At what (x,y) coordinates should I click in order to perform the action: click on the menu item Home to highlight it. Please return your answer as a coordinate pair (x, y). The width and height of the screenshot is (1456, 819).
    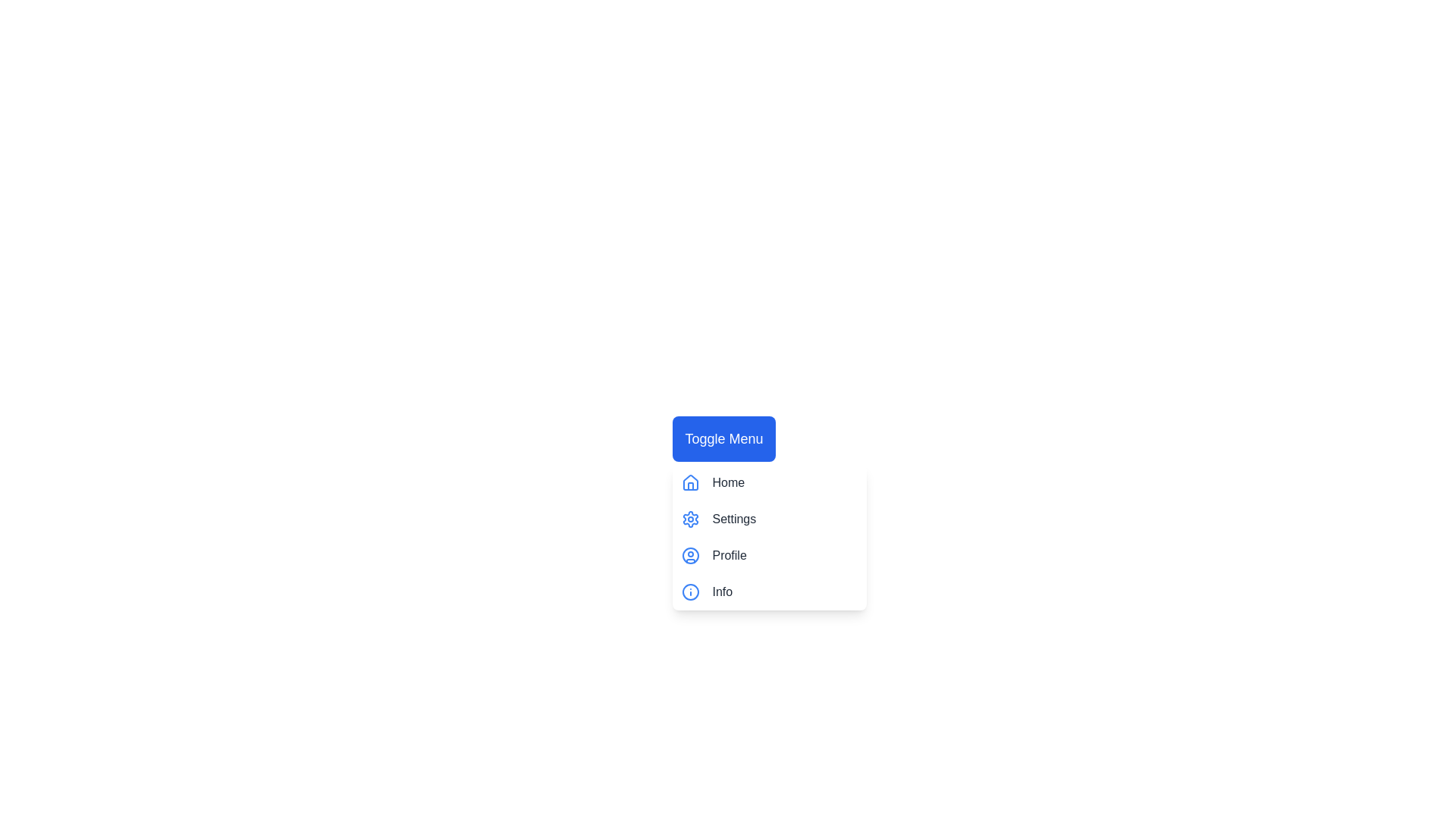
    Looking at the image, I should click on (770, 482).